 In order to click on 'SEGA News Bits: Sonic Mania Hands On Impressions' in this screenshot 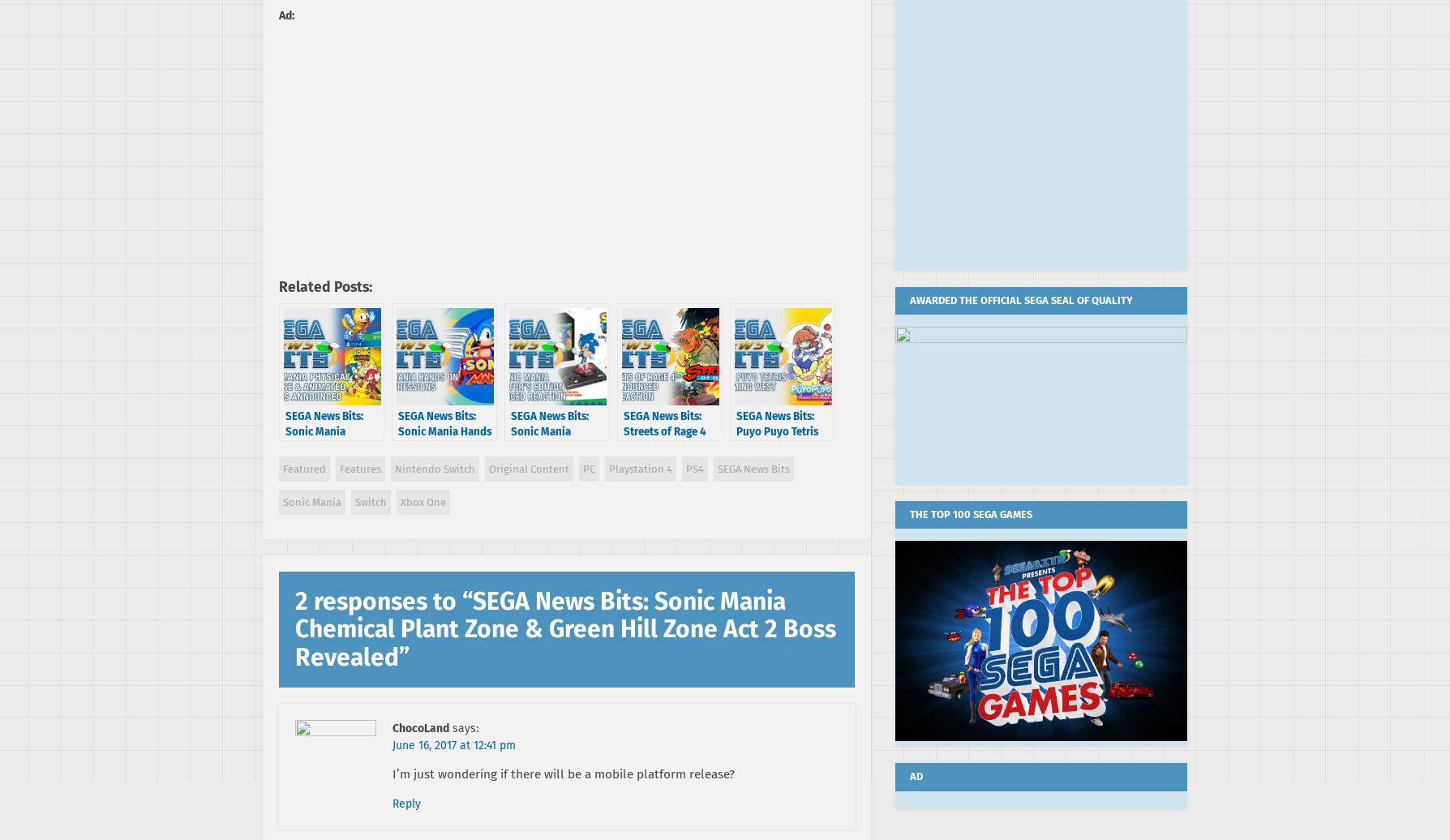, I will do `click(397, 431)`.